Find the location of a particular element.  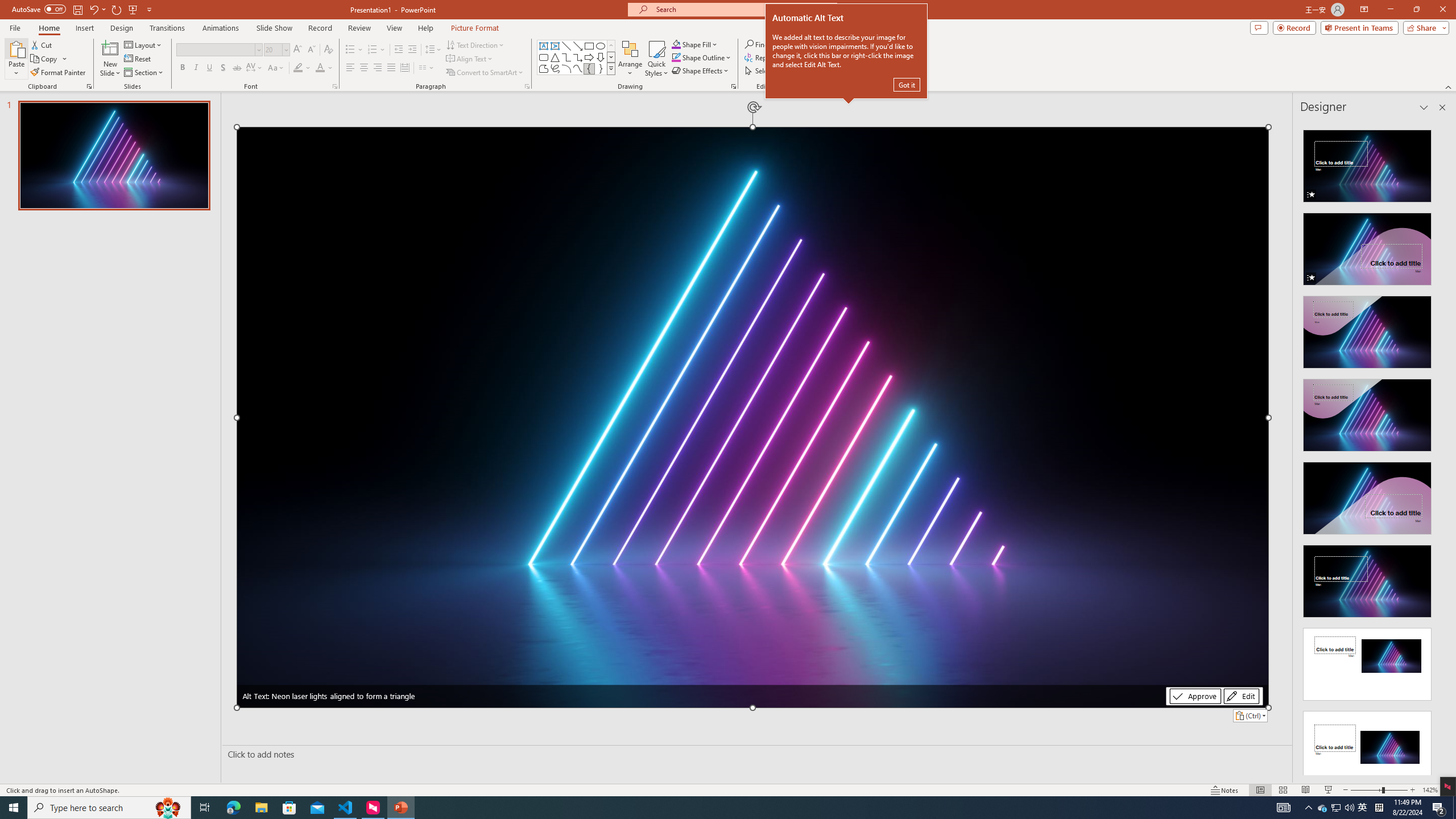

'Got it' is located at coordinates (906, 85).